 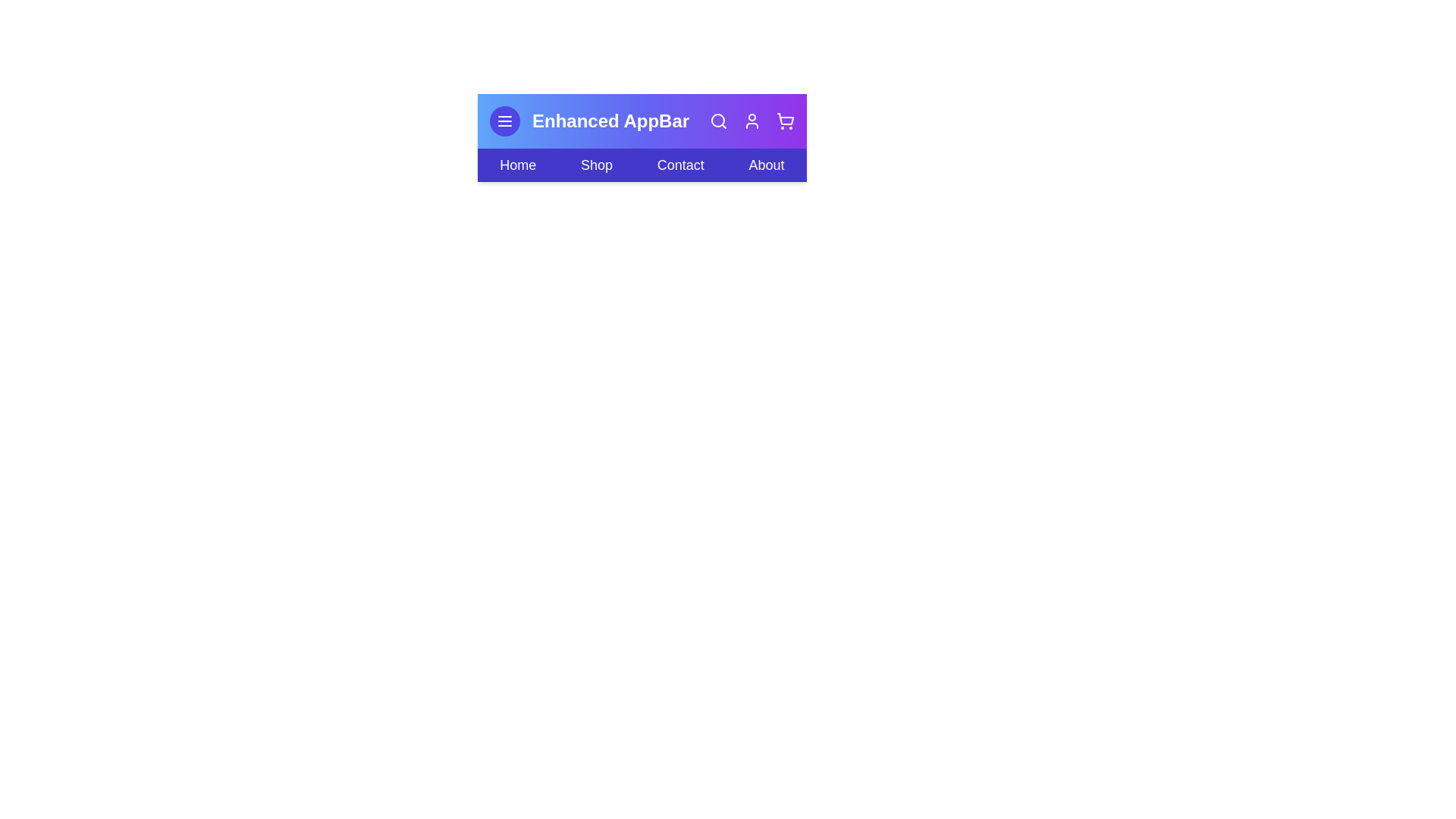 I want to click on the Shop navigation link, so click(x=596, y=165).